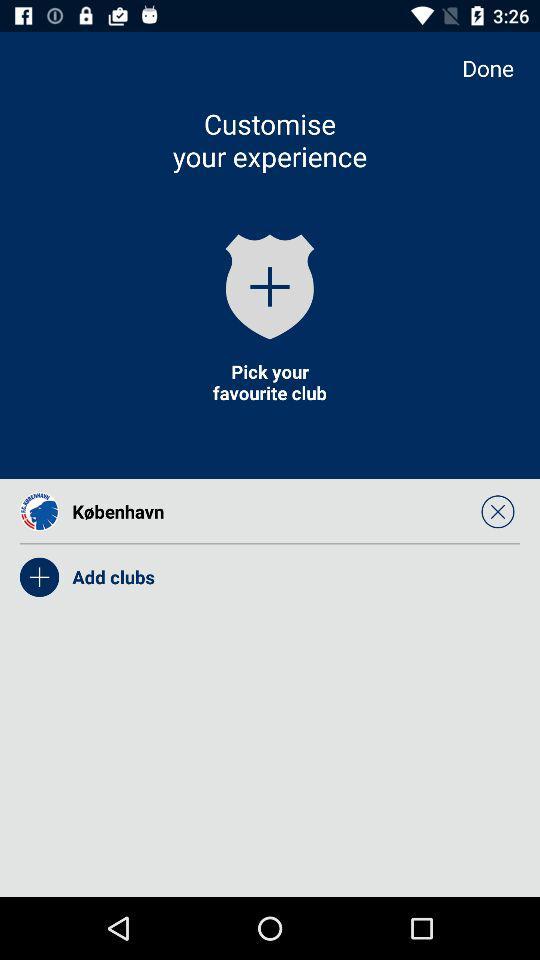  What do you see at coordinates (496, 510) in the screenshot?
I see `the icon on the right` at bounding box center [496, 510].